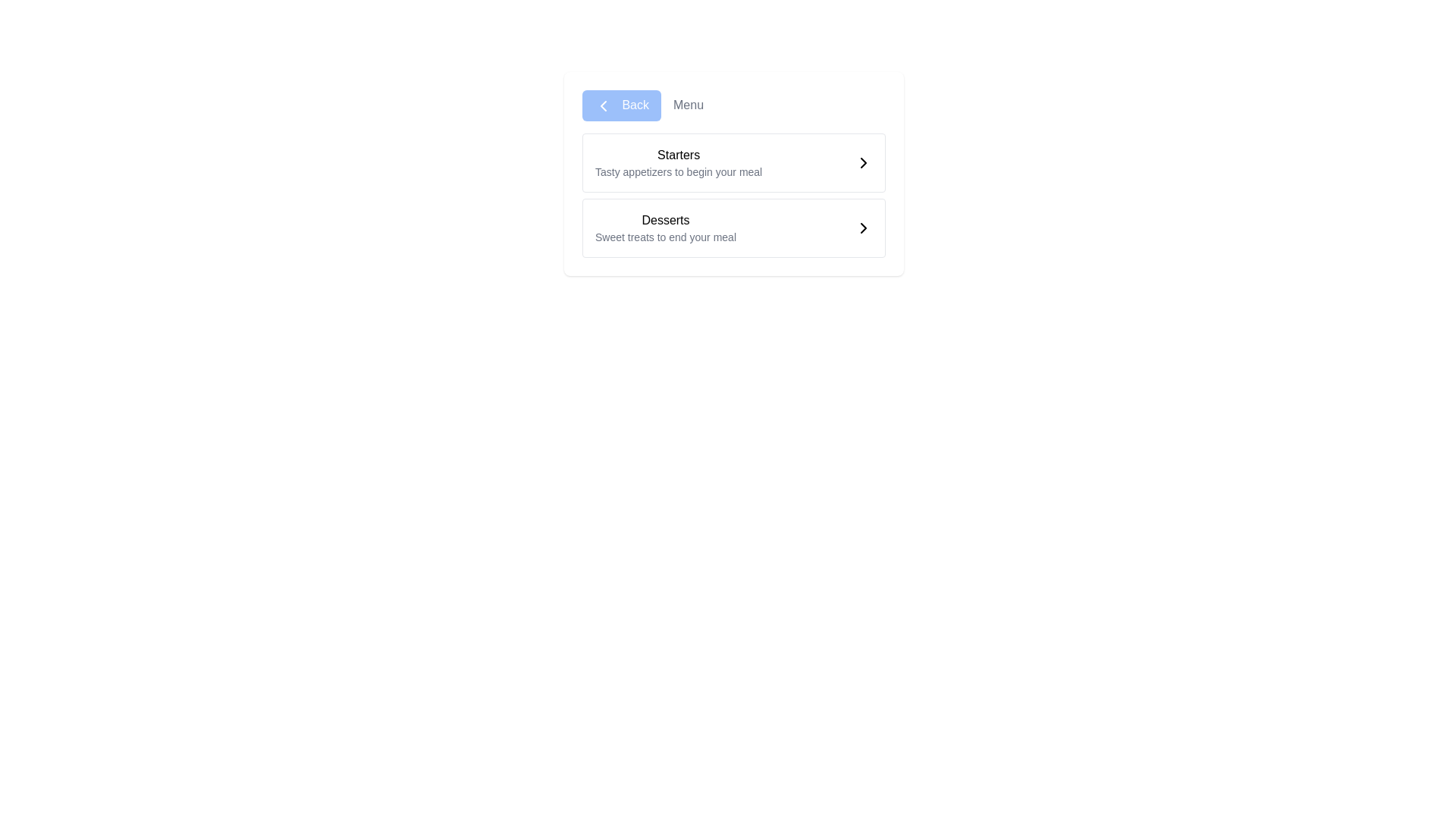 The width and height of the screenshot is (1456, 819). What do you see at coordinates (678, 155) in the screenshot?
I see `the 'Starters' text label, which is styled in bold and positioned at the top of the menu section describing appetizers` at bounding box center [678, 155].